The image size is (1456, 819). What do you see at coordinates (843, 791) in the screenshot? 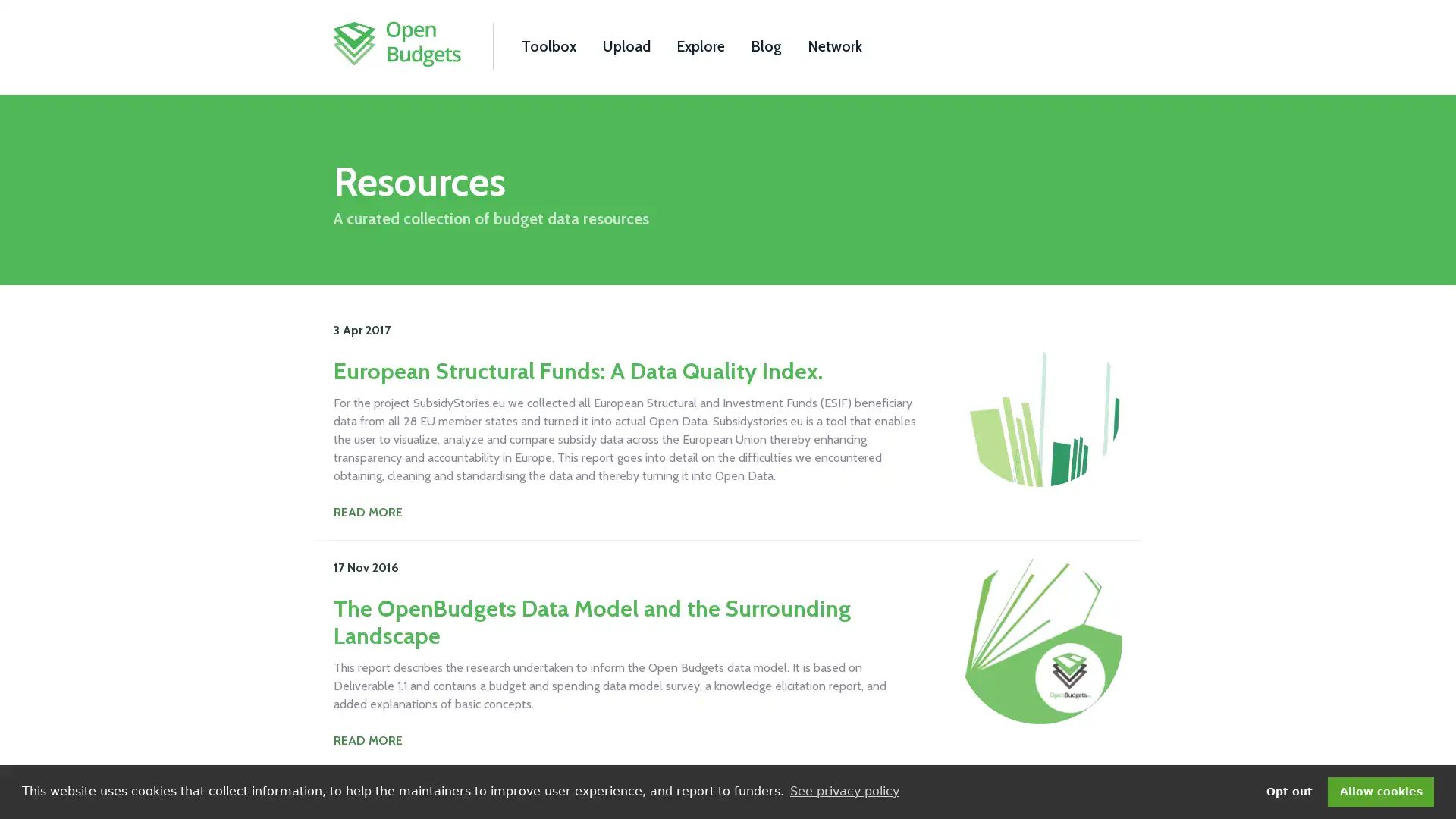
I see `learn more about cookies` at bounding box center [843, 791].